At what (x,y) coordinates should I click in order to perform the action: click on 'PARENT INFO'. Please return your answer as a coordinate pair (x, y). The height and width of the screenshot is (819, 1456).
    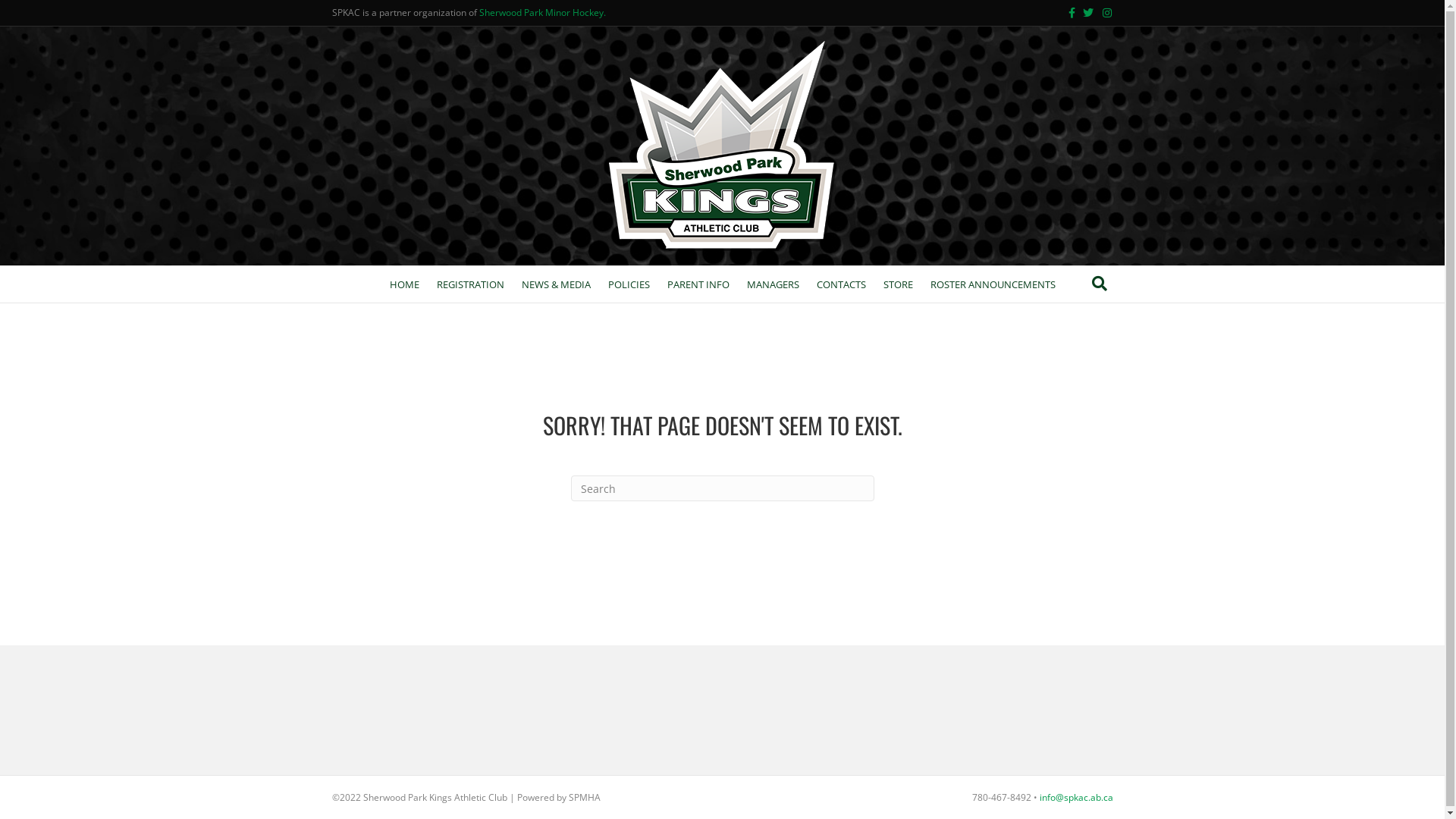
    Looking at the image, I should click on (698, 284).